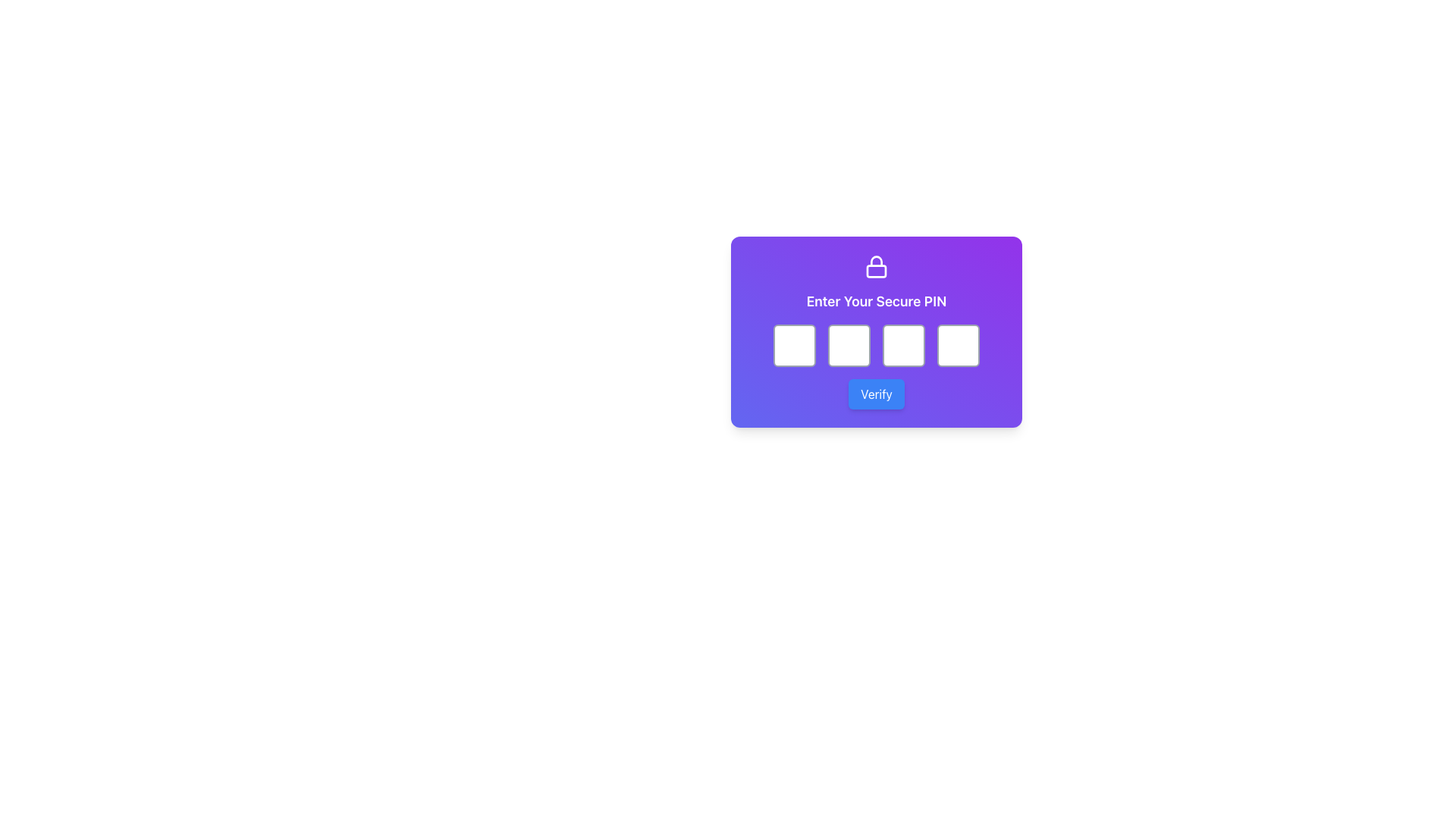  I want to click on the Password input box, which is the first input field in a horizontal sequence of four, styled with rounded edges and a focused appearance when active, so click(793, 345).